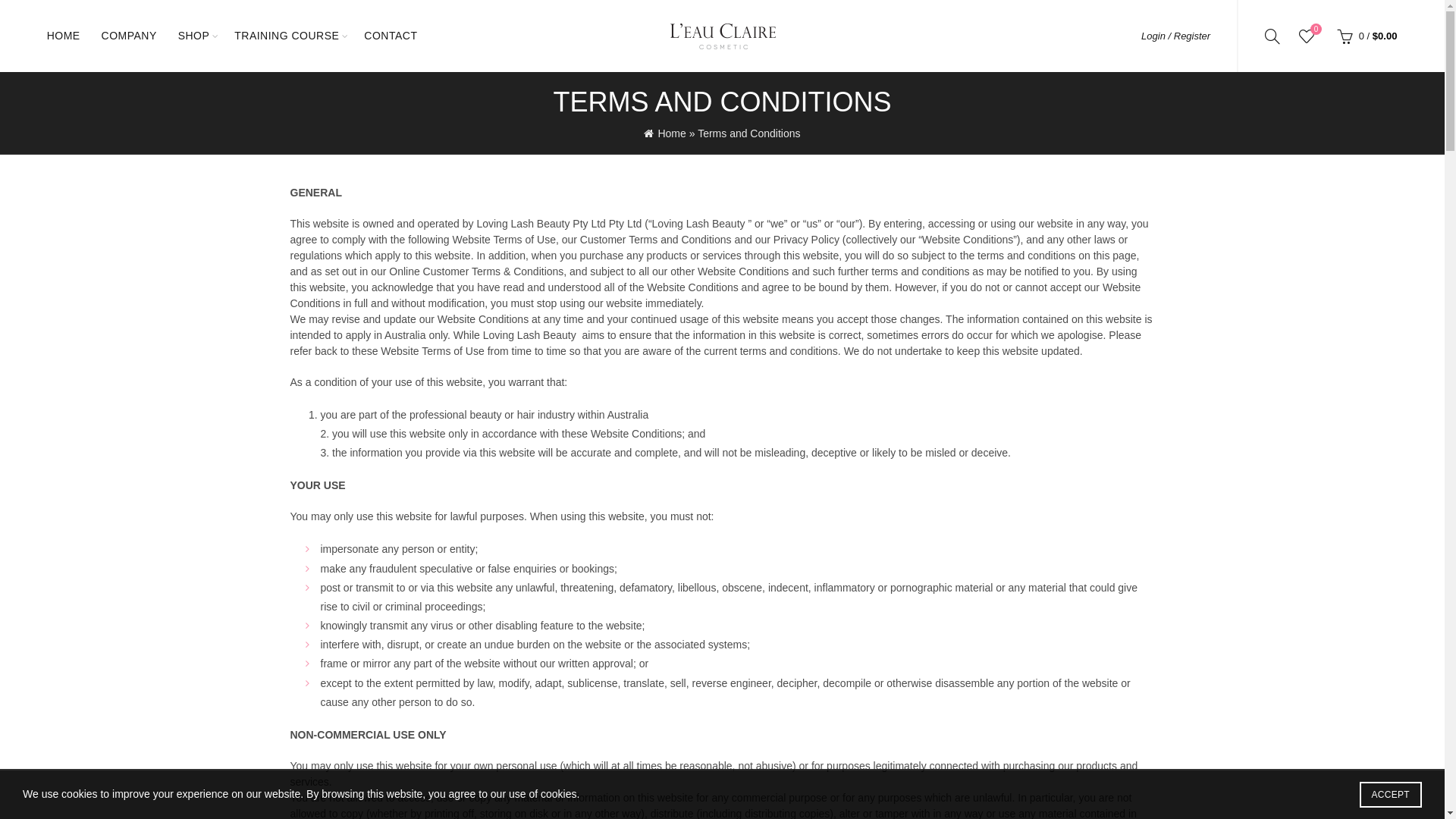  I want to click on 'Home', so click(644, 133).